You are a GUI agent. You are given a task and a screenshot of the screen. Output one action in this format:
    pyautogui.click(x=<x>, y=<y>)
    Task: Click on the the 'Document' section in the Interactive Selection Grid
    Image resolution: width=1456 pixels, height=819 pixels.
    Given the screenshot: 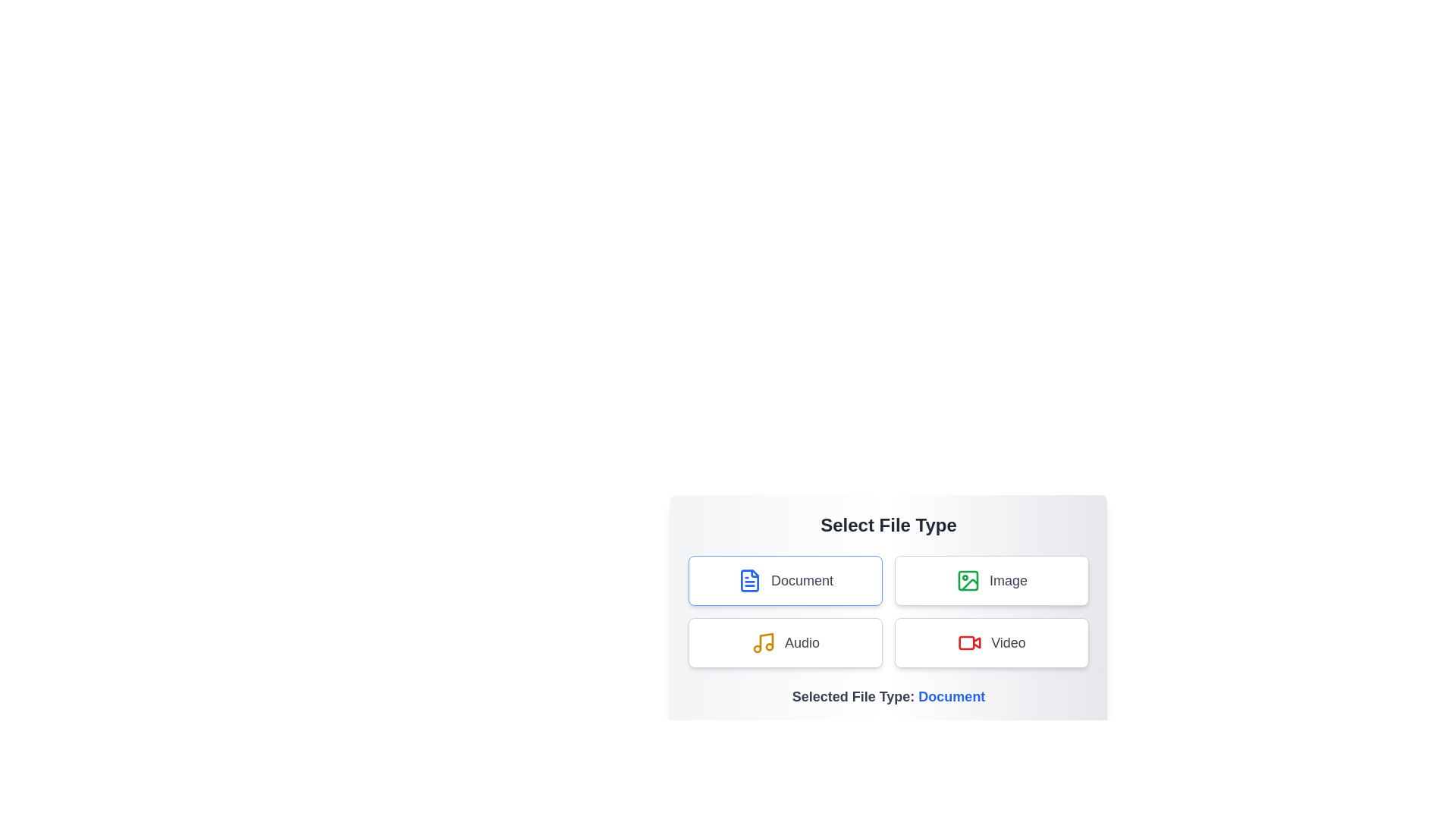 What is the action you would take?
    pyautogui.click(x=888, y=610)
    